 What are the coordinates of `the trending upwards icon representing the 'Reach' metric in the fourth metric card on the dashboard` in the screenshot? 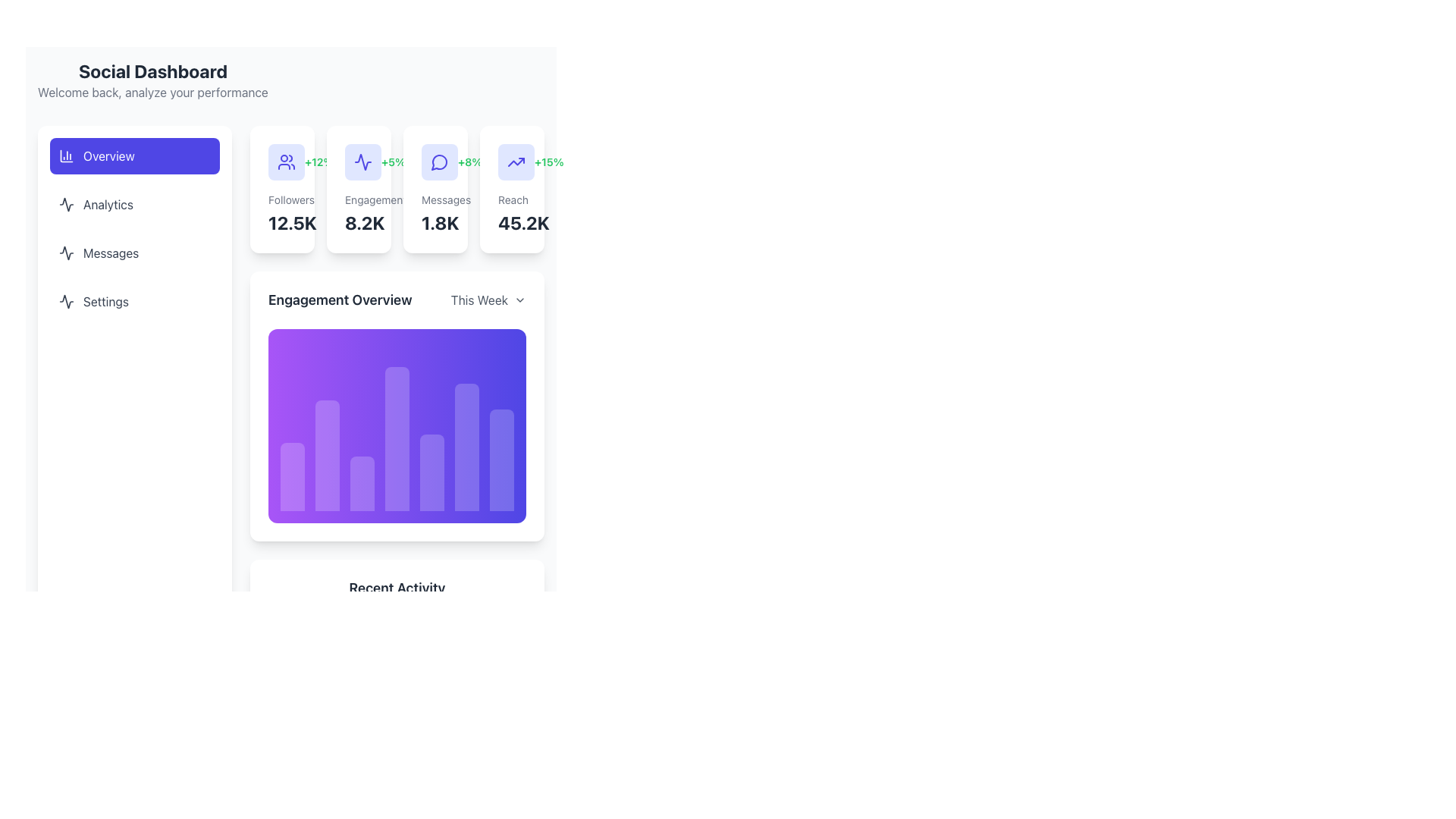 It's located at (516, 162).